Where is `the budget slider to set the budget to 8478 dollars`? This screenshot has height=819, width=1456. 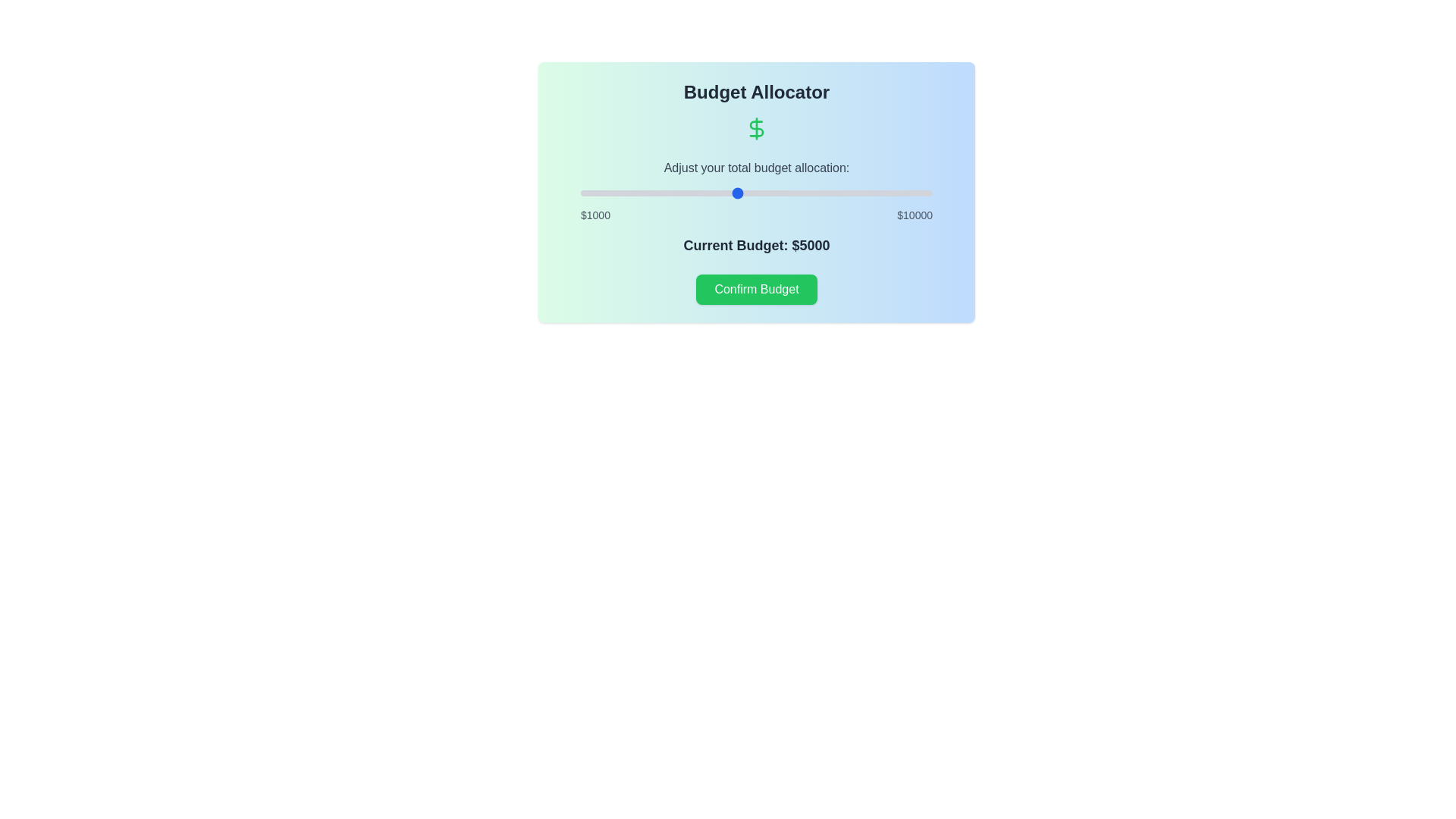
the budget slider to set the budget to 8478 dollars is located at coordinates (873, 192).